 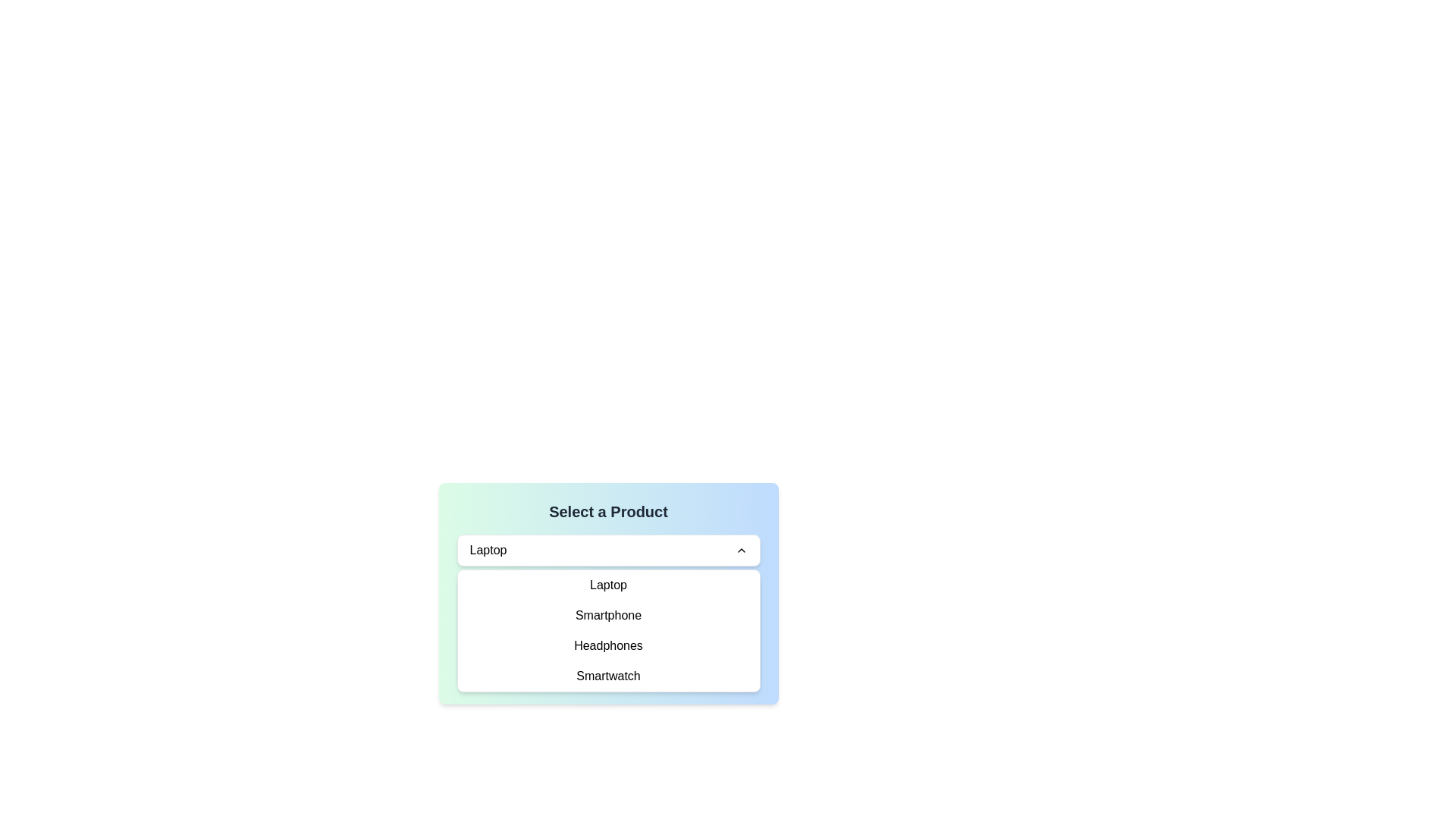 I want to click on the 'Headphones' dropdown menu option using the keyboard to focus on it, which is the third item in the dropdown list under 'Select a Product', so click(x=608, y=646).